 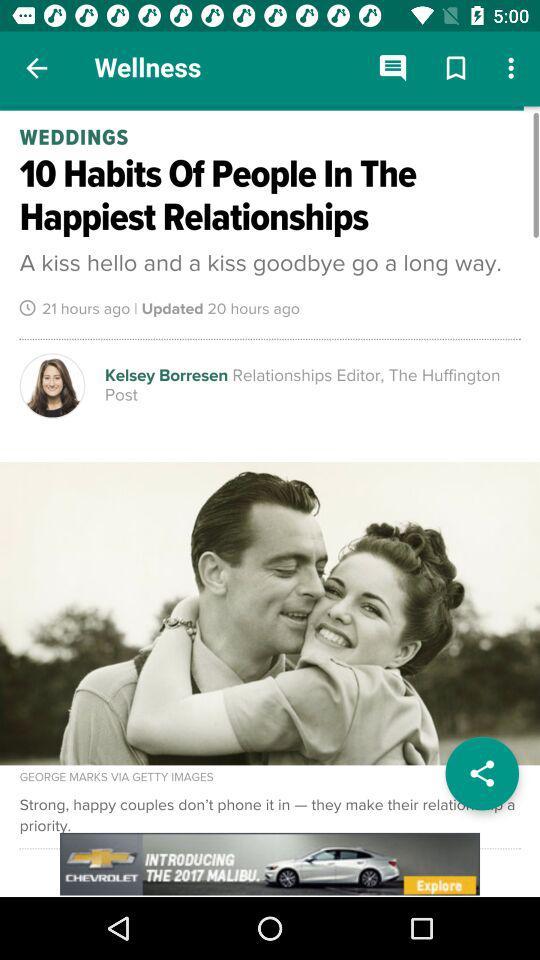 I want to click on the share icon, so click(x=481, y=772).